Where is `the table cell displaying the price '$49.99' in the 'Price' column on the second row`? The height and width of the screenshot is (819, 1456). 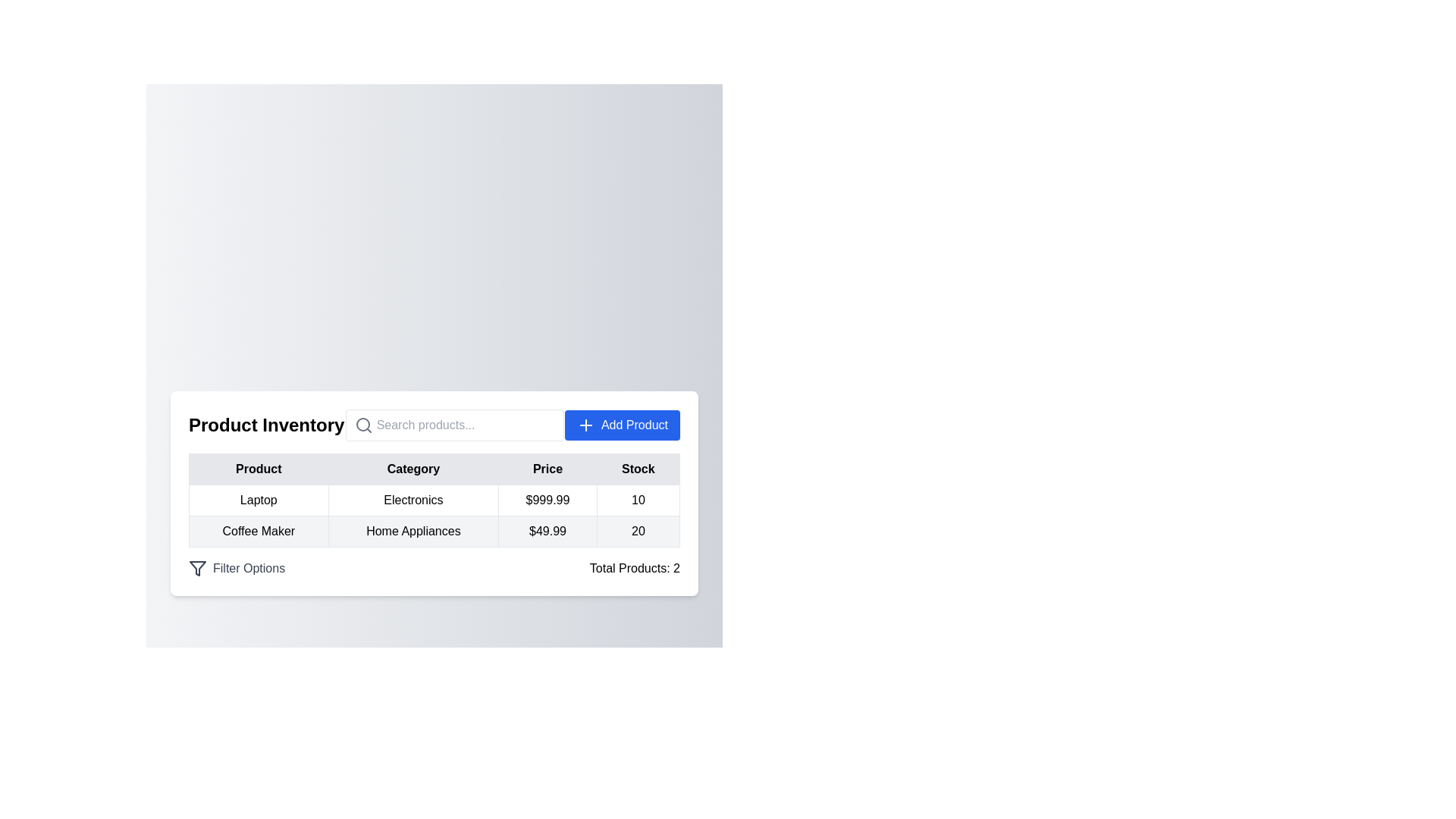
the table cell displaying the price '$49.99' in the 'Price' column on the second row is located at coordinates (547, 531).